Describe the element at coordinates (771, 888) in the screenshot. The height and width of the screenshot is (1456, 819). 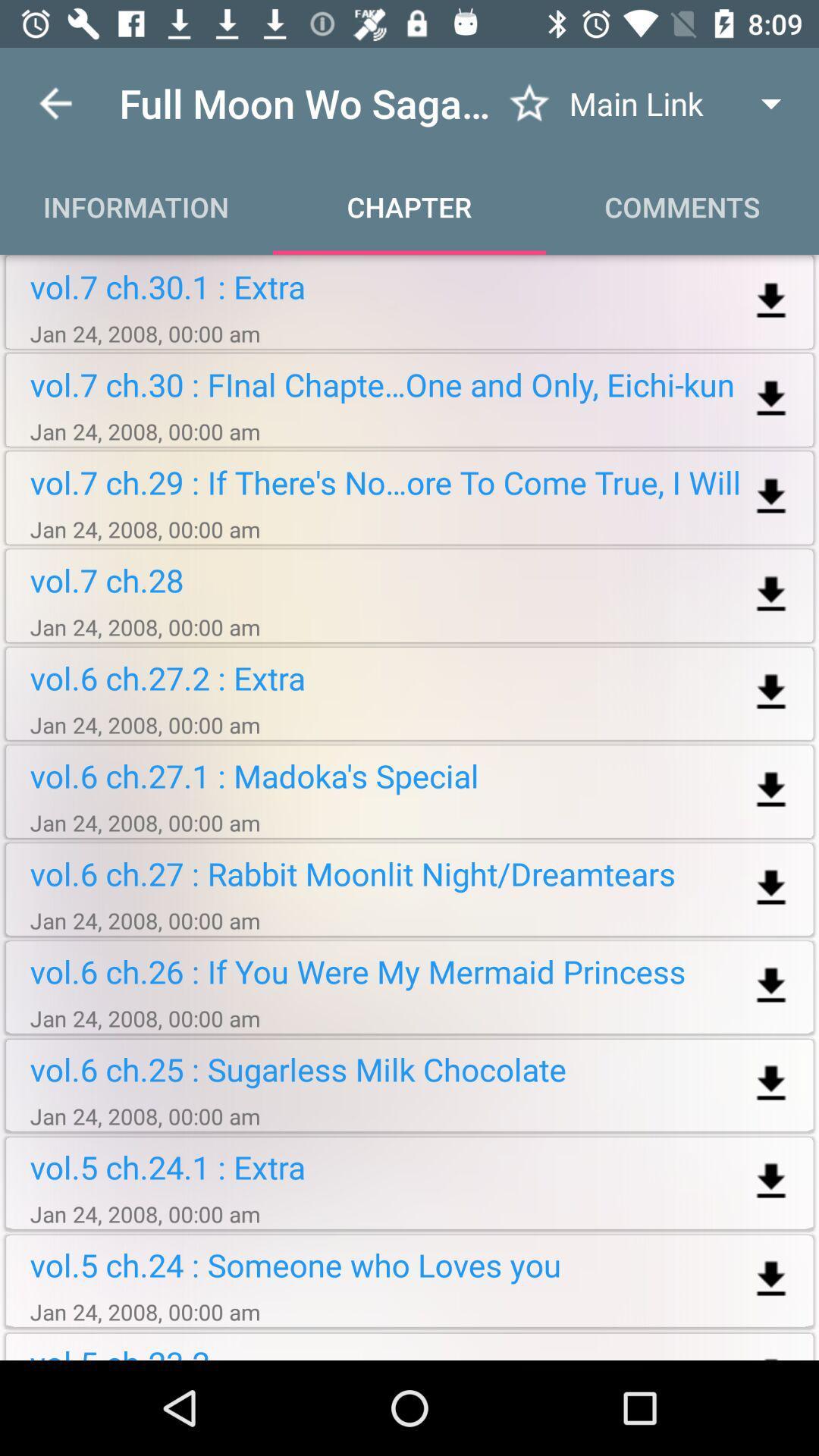
I see `download button` at that location.